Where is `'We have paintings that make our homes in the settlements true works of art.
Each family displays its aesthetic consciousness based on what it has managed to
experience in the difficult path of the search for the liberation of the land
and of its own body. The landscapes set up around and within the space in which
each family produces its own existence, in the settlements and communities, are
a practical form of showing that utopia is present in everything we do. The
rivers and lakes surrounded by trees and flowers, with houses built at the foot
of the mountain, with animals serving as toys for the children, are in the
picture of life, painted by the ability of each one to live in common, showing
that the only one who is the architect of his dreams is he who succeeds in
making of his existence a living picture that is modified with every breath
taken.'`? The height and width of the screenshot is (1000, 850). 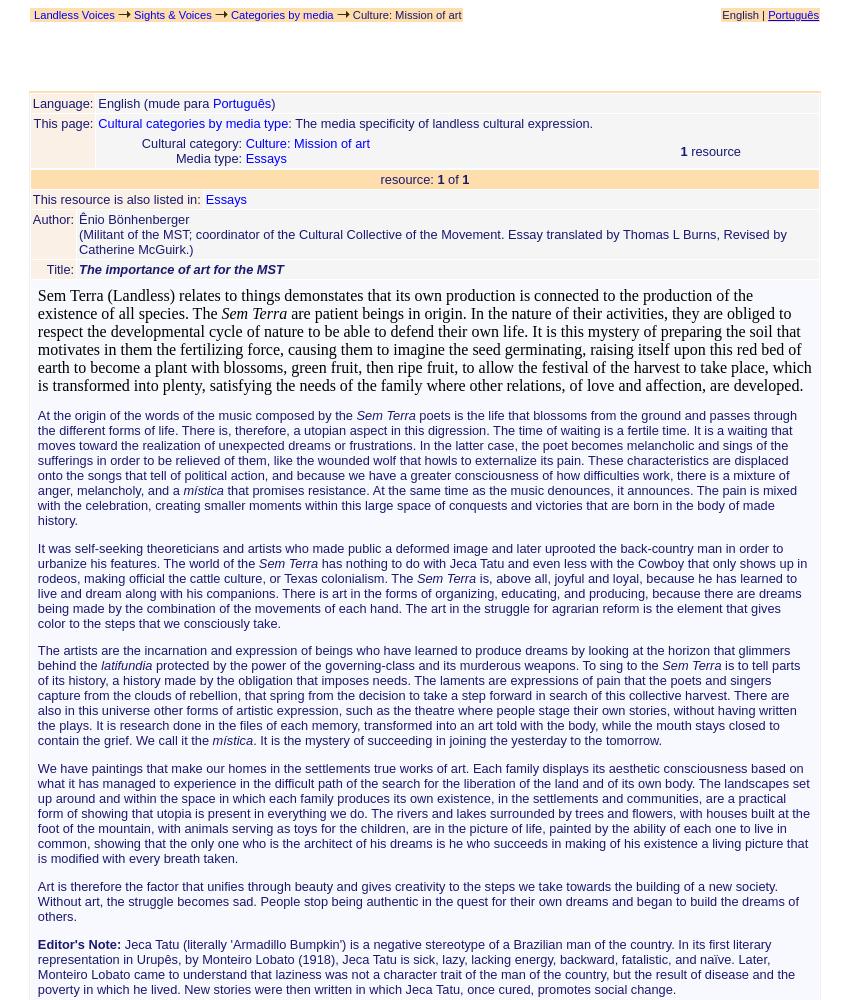 'We have paintings that make our homes in the settlements true works of art.
Each family displays its aesthetic consciousness based on what it has managed to
experience in the difficult path of the search for the liberation of the land
and of its own body. The landscapes set up around and within the space in which
each family produces its own existence, in the settlements and communities, are
a practical form of showing that utopia is present in everything we do. The
rivers and lakes surrounded by trees and flowers, with houses built at the foot
of the mountain, with animals serving as toys for the children, are in the
picture of life, painted by the ability of each one to live in common, showing
that the only one who is the architect of his dreams is he who succeeds in
making of his existence a living picture that is modified with every breath
taken.' is located at coordinates (423, 812).